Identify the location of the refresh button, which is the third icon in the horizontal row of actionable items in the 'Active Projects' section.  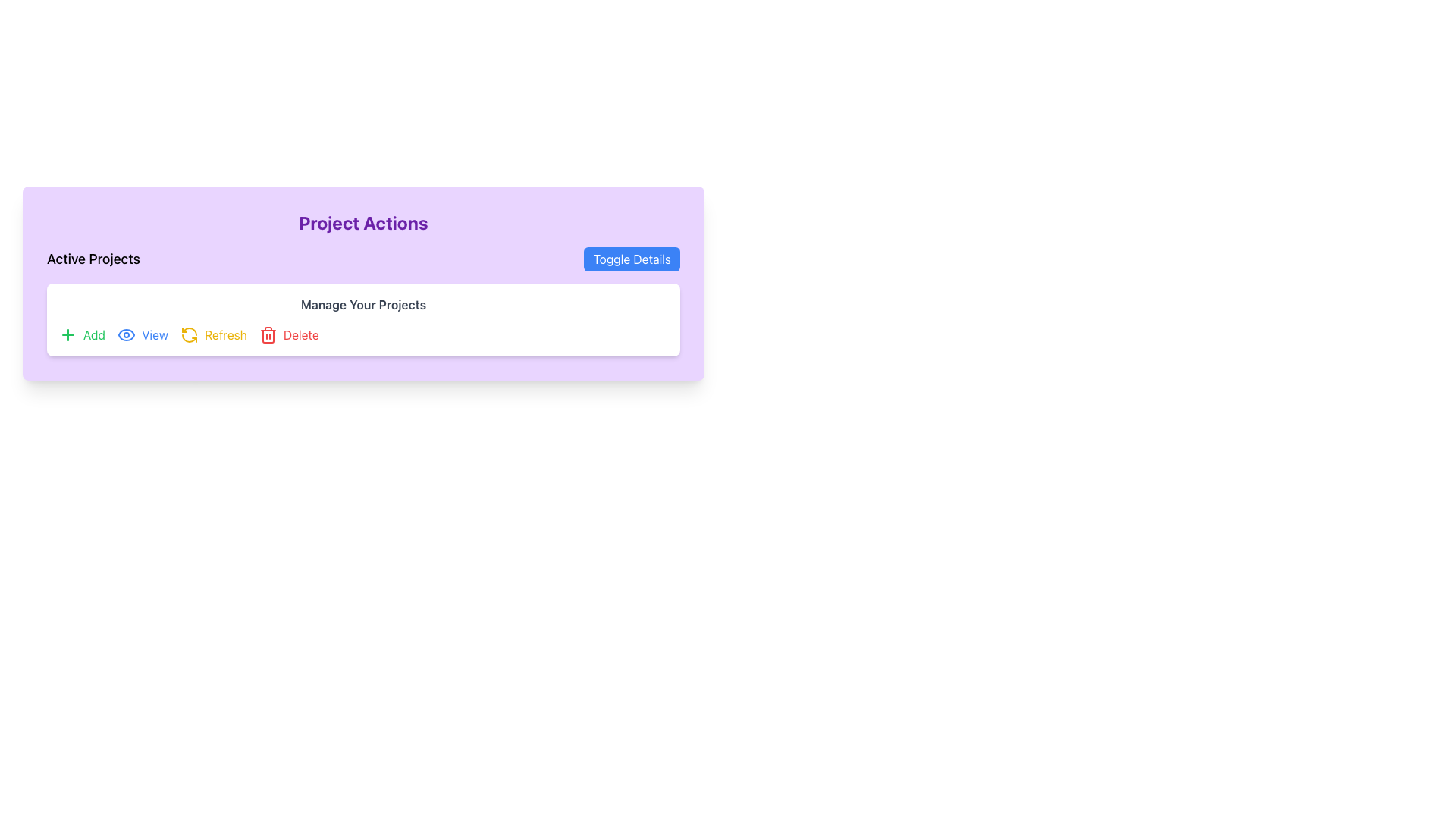
(188, 334).